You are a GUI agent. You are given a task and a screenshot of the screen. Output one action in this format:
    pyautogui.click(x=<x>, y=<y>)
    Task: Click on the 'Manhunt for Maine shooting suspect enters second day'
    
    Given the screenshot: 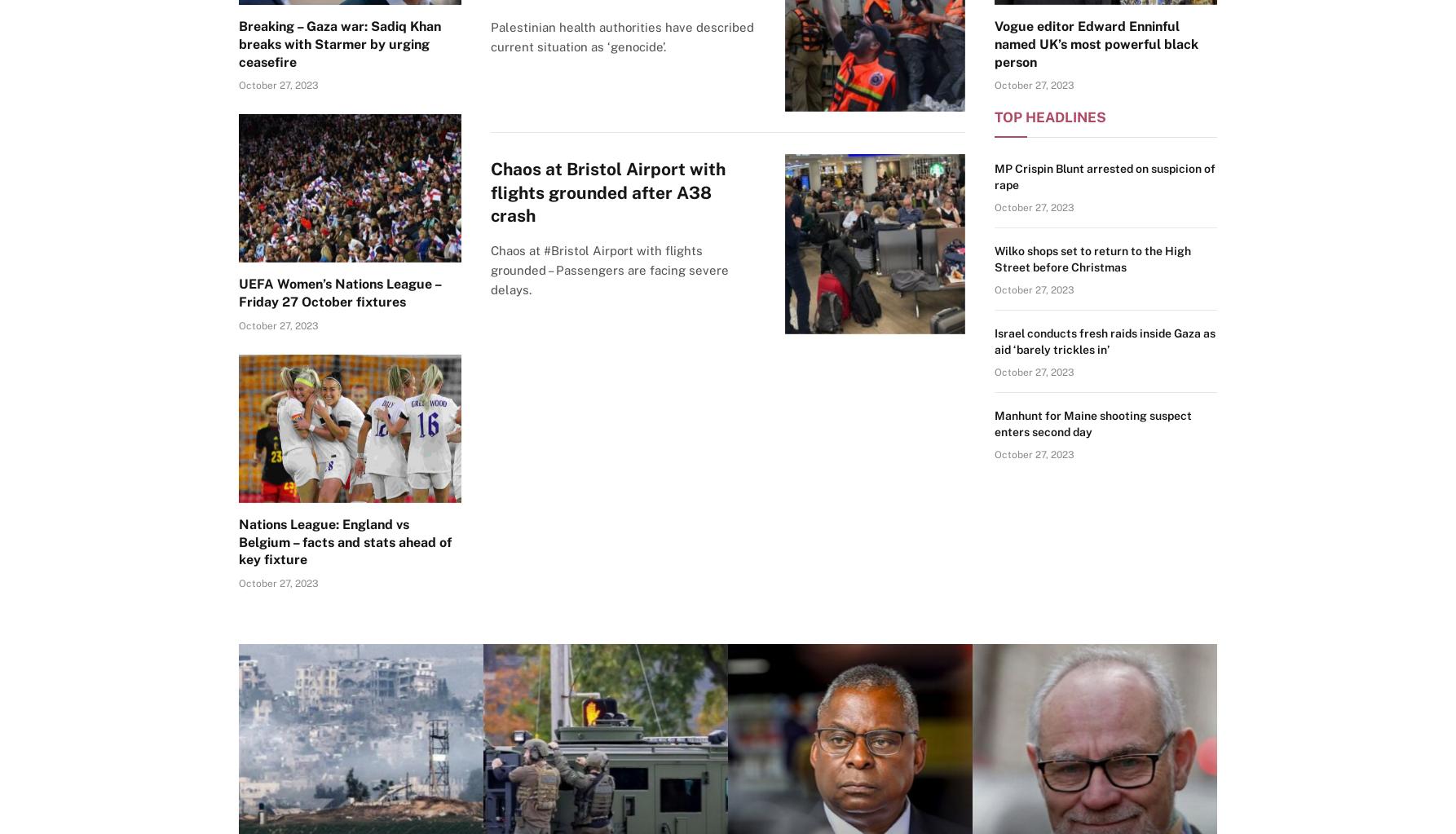 What is the action you would take?
    pyautogui.click(x=1092, y=421)
    